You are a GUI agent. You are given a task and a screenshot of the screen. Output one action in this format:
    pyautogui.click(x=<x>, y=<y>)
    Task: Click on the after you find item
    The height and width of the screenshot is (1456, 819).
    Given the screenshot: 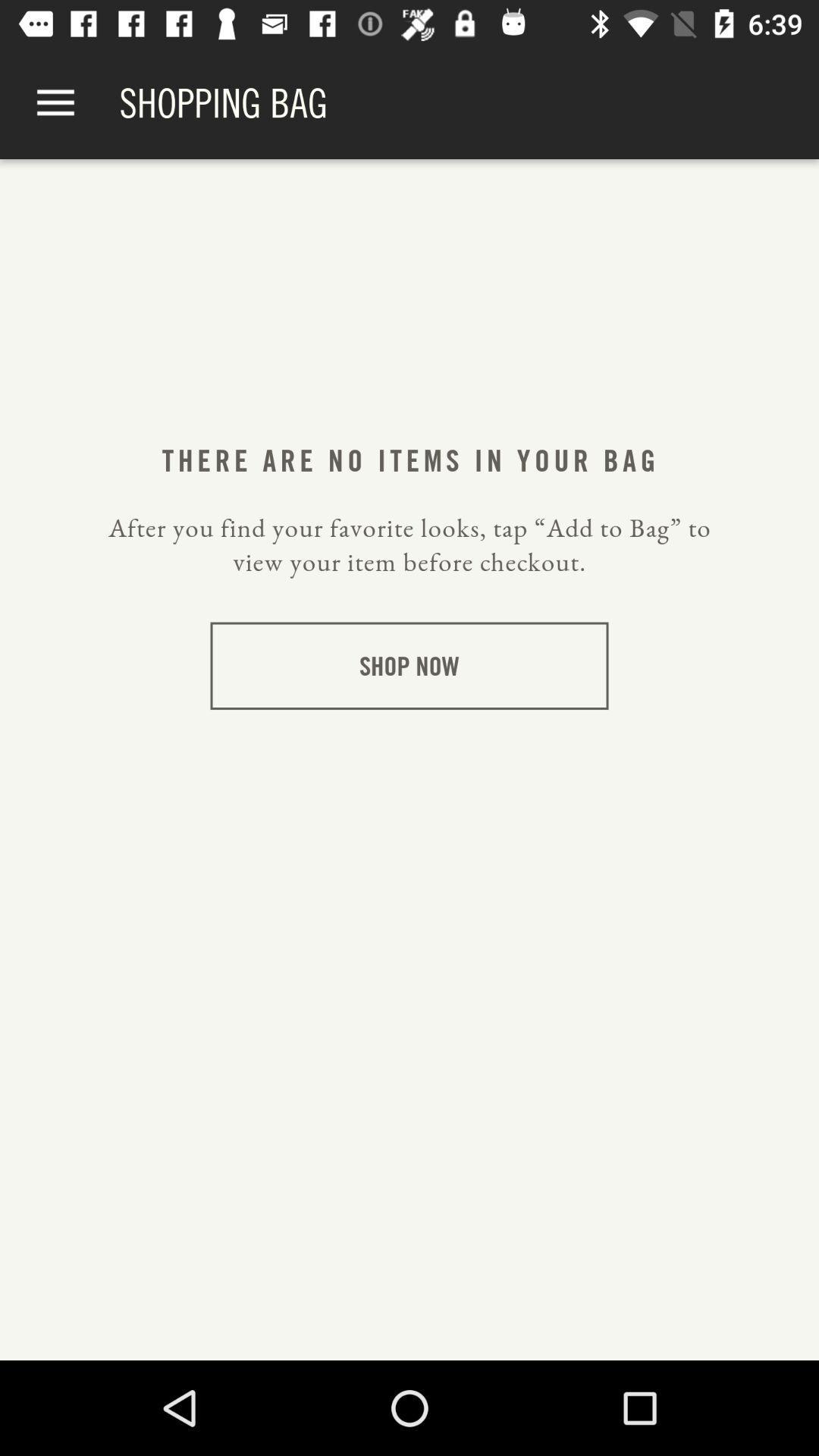 What is the action you would take?
    pyautogui.click(x=409, y=544)
    